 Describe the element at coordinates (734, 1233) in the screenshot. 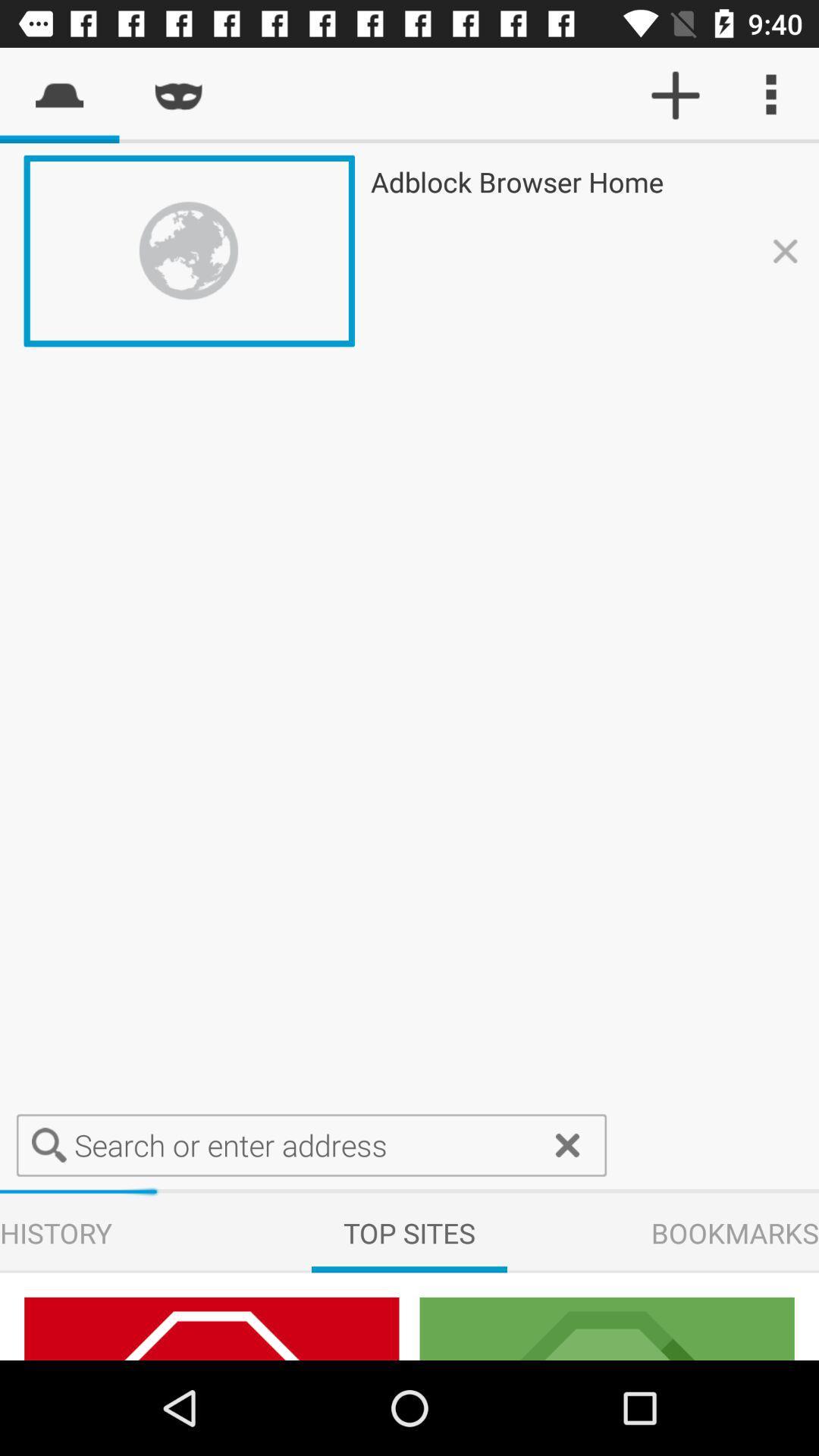

I see `bookmarks which is on the right side of top sites` at that location.